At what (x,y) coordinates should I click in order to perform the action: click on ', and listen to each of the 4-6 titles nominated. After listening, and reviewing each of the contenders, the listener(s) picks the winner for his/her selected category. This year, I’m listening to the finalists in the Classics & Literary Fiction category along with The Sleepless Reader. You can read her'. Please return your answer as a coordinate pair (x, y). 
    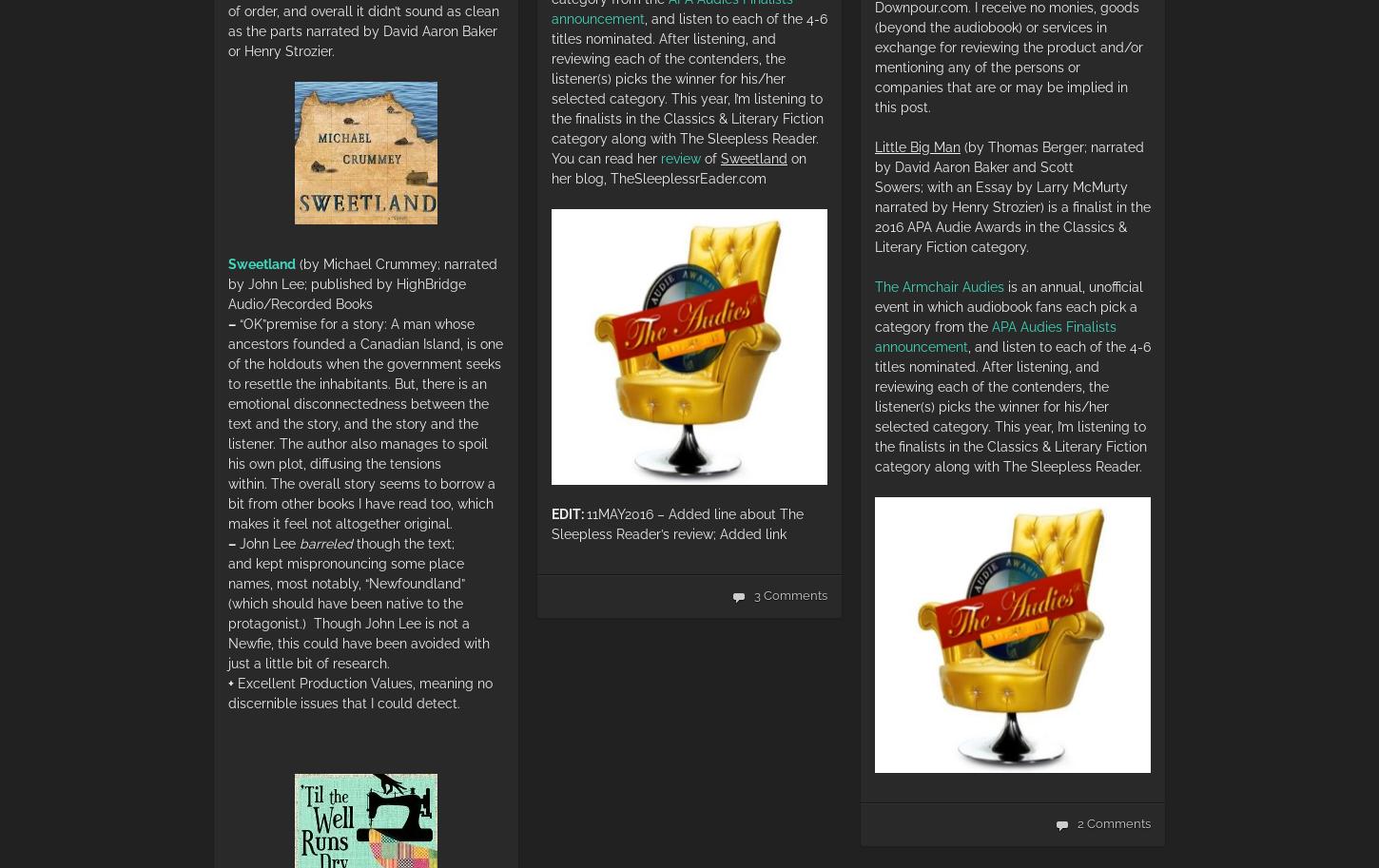
    Looking at the image, I should click on (689, 87).